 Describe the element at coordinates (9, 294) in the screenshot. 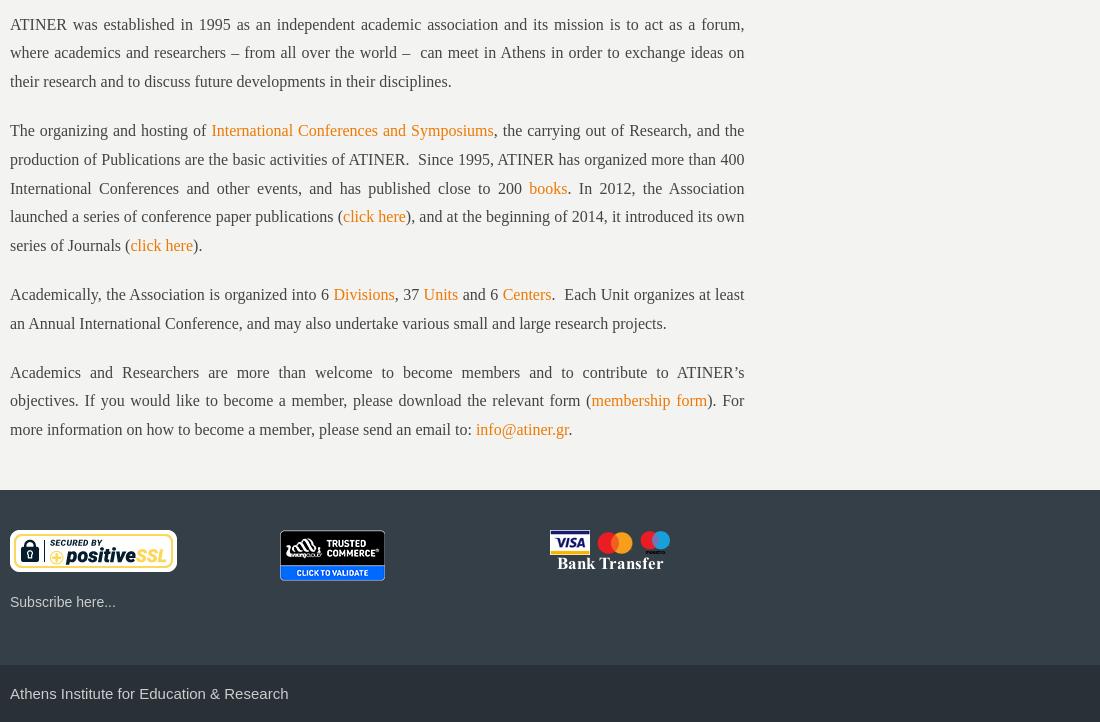

I see `'Academically, the Association is organized into 6'` at that location.